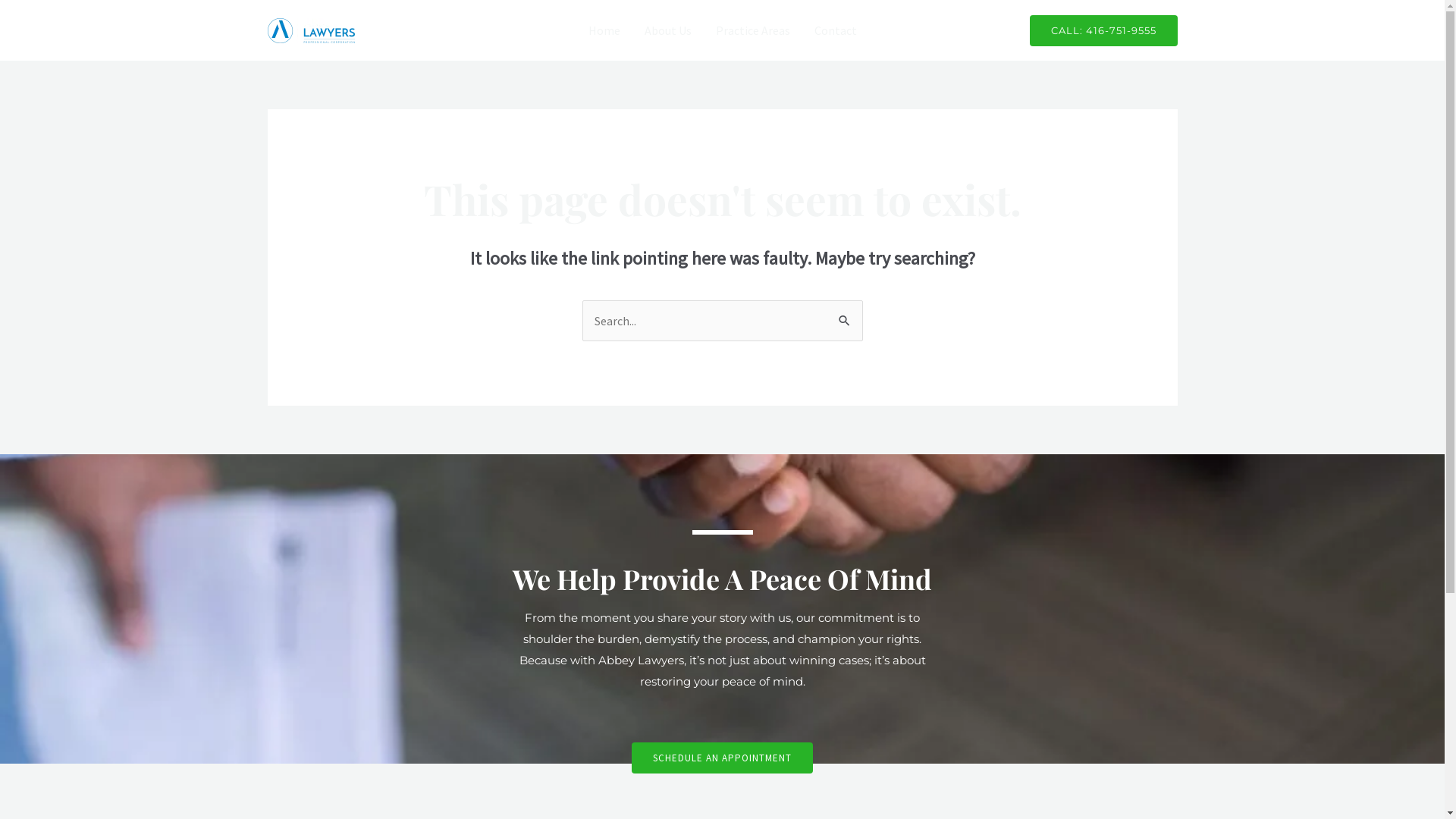 This screenshot has width=1456, height=819. What do you see at coordinates (827, 314) in the screenshot?
I see `'Search'` at bounding box center [827, 314].